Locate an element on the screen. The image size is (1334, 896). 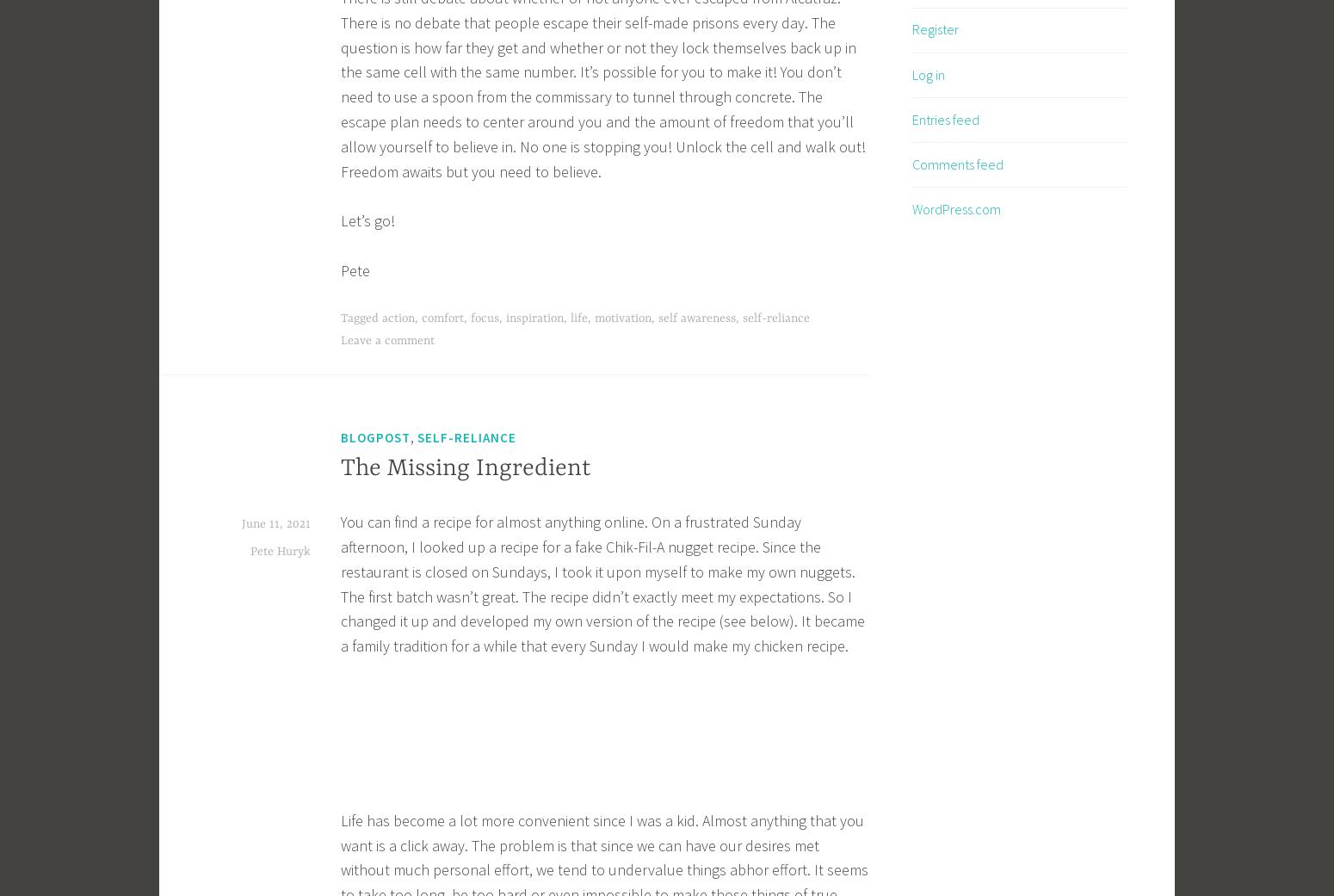
'You can find a recipe for almost anything online.  On a frustrated Sunday afternoon, I looked up a recipe for a fake Chik-Fil-A nugget recipe.  Since the restaurant is closed on Sundays, I took it upon myself to make my own nuggets.  The first batch wasn’t great.  The recipe didn’t exactly meet my expectations.  So I changed it up and developed my own version of the recipe (see below).  It became a family tradition for a while that every Sunday I would make my chicken recipe.' is located at coordinates (602, 583).